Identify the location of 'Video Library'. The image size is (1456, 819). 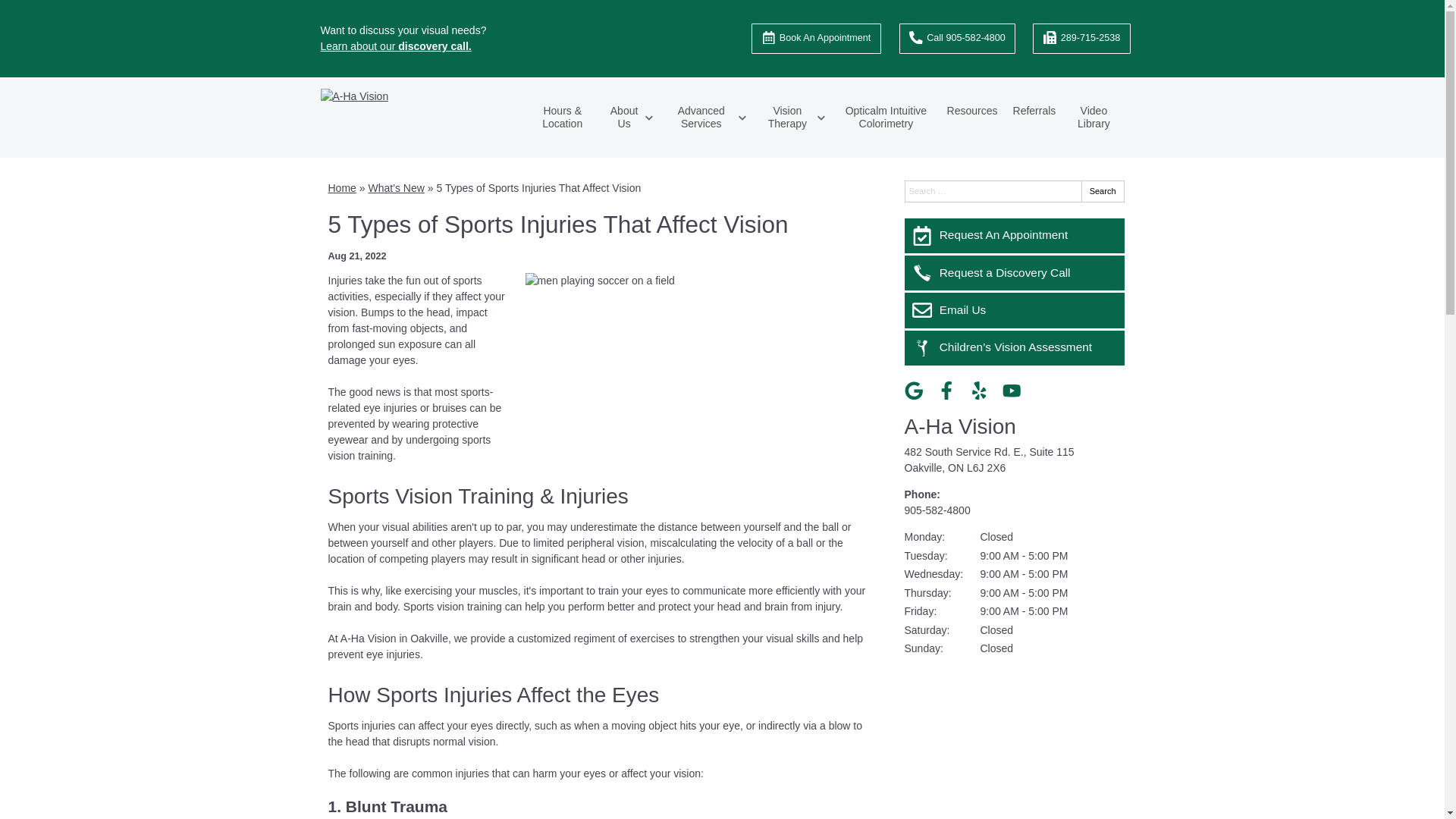
(1093, 116).